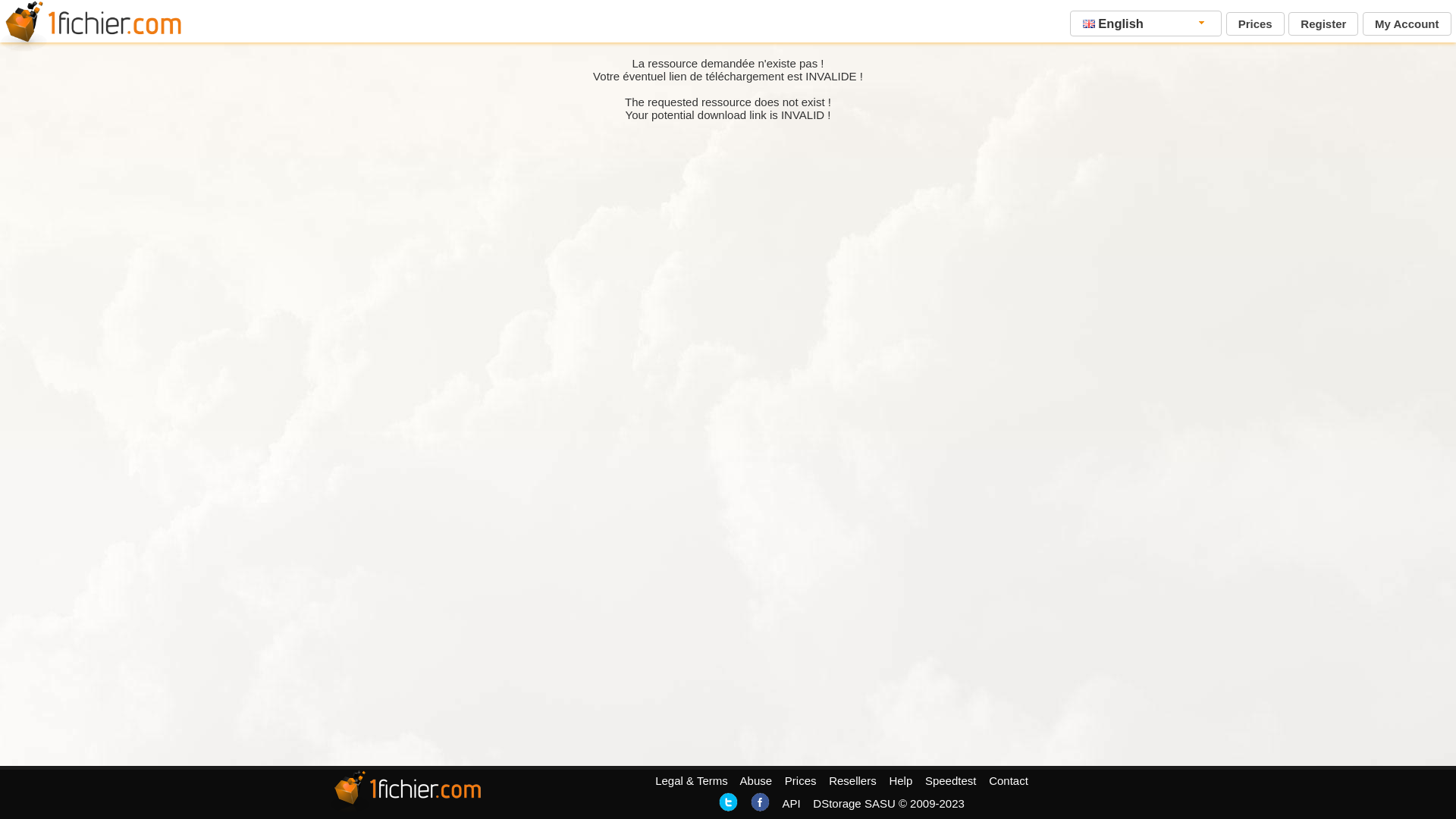  I want to click on 'My Account', so click(1405, 24).